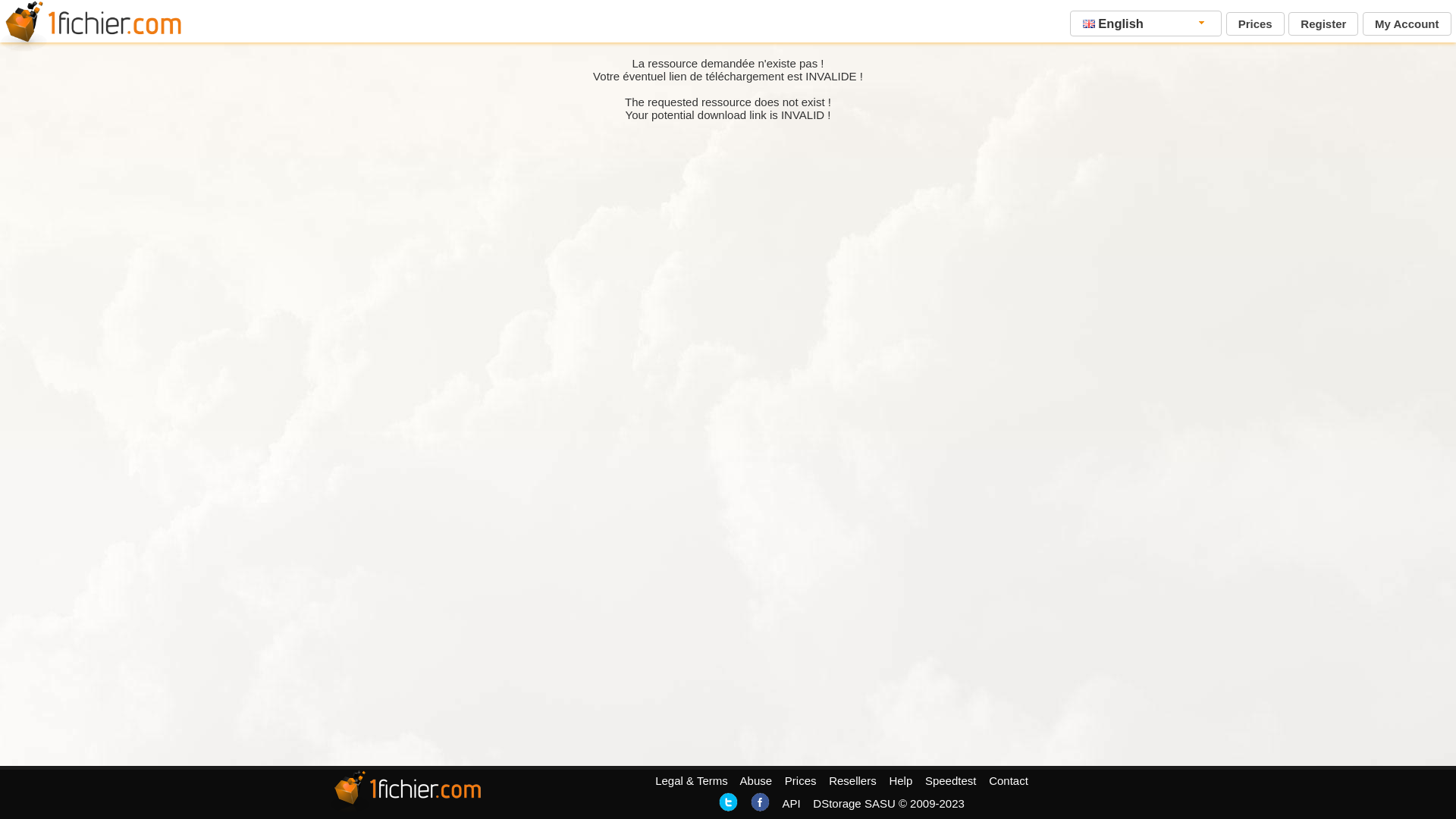  I want to click on 'My Account', so click(1405, 24).